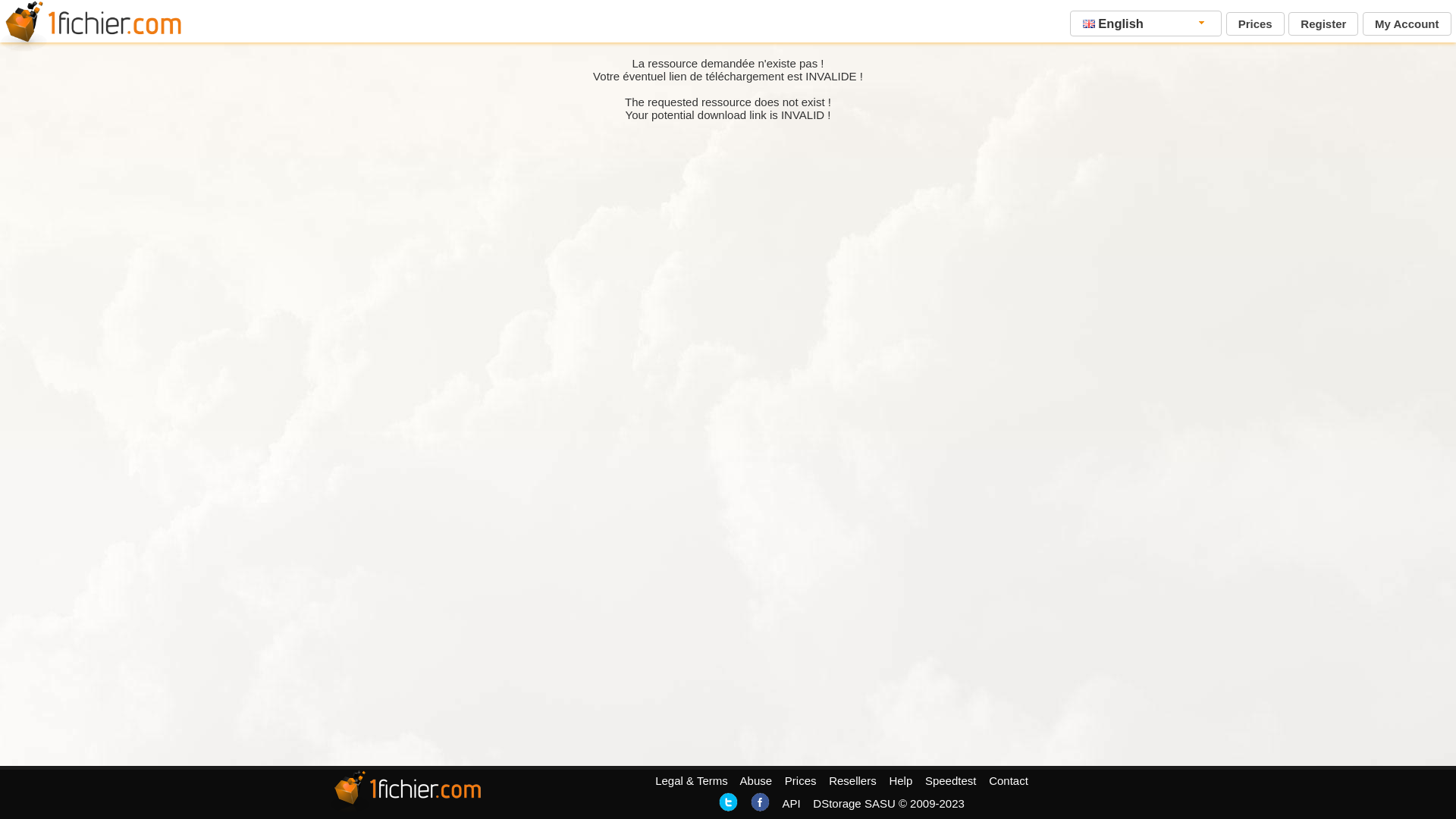  I want to click on 'My Account', so click(1405, 24).